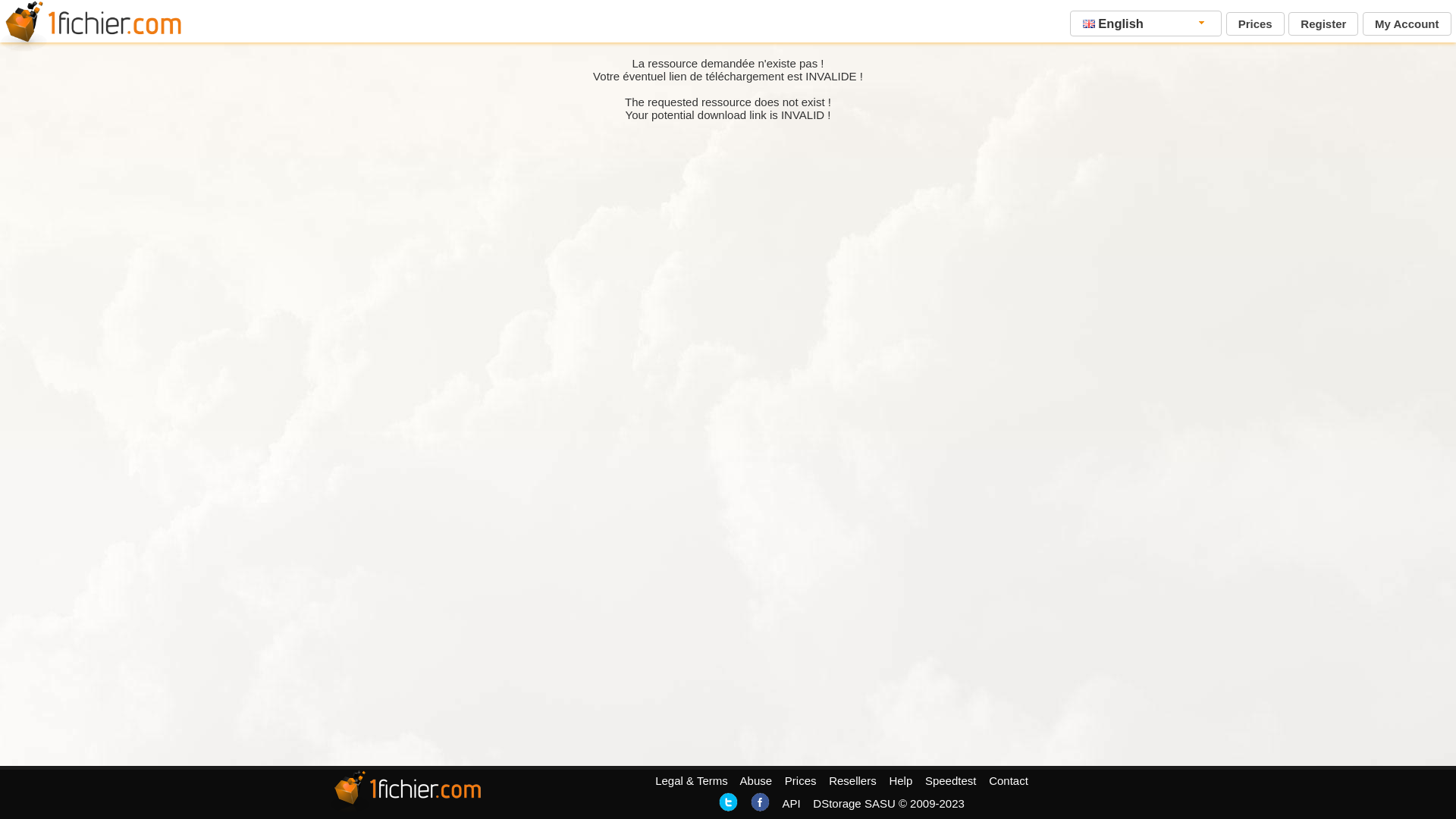  I want to click on 'My Account', so click(1405, 24).